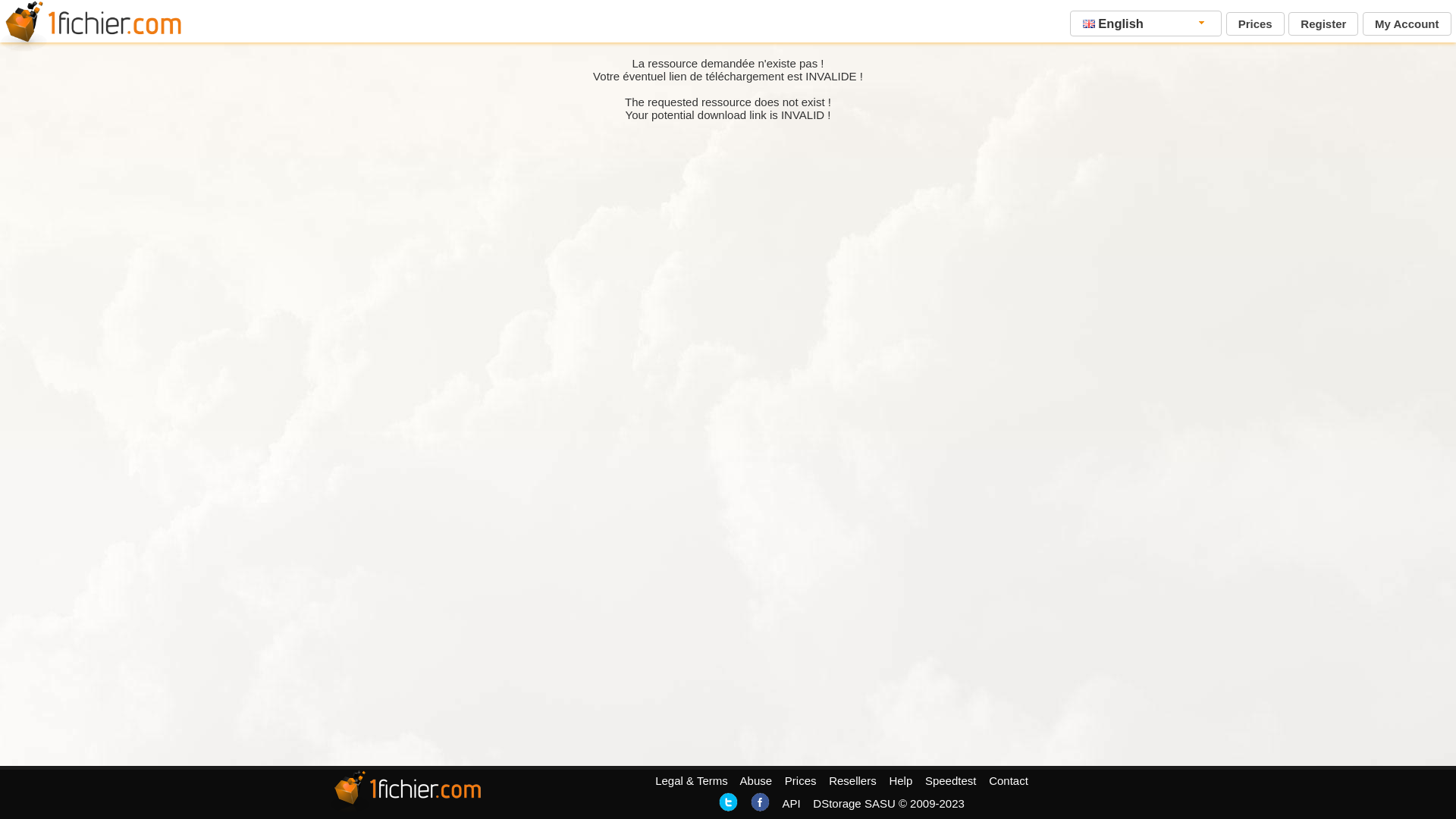  I want to click on 'My Account', so click(1405, 24).